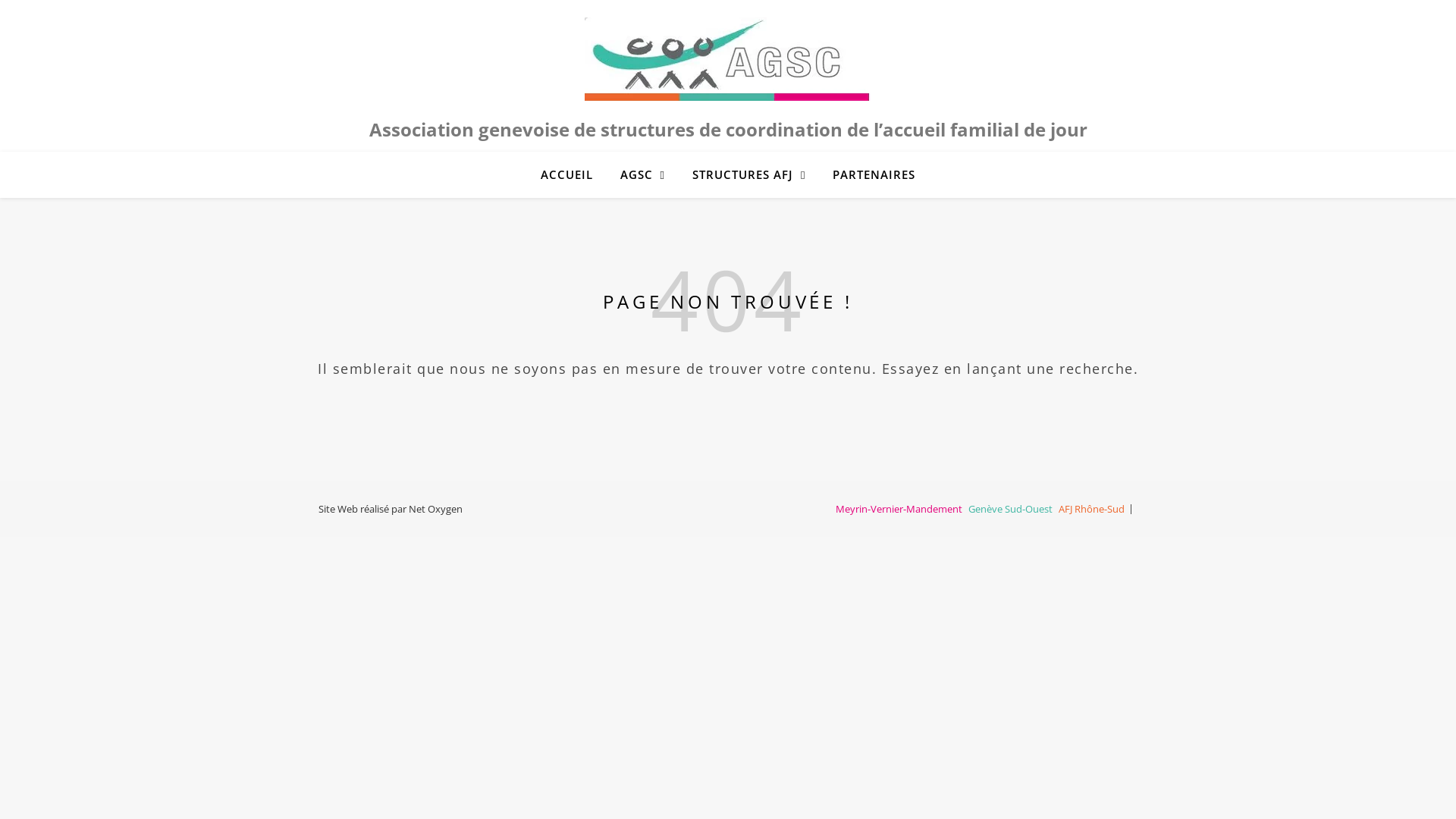  Describe the element at coordinates (572, 174) in the screenshot. I see `'ACCUEIL'` at that location.